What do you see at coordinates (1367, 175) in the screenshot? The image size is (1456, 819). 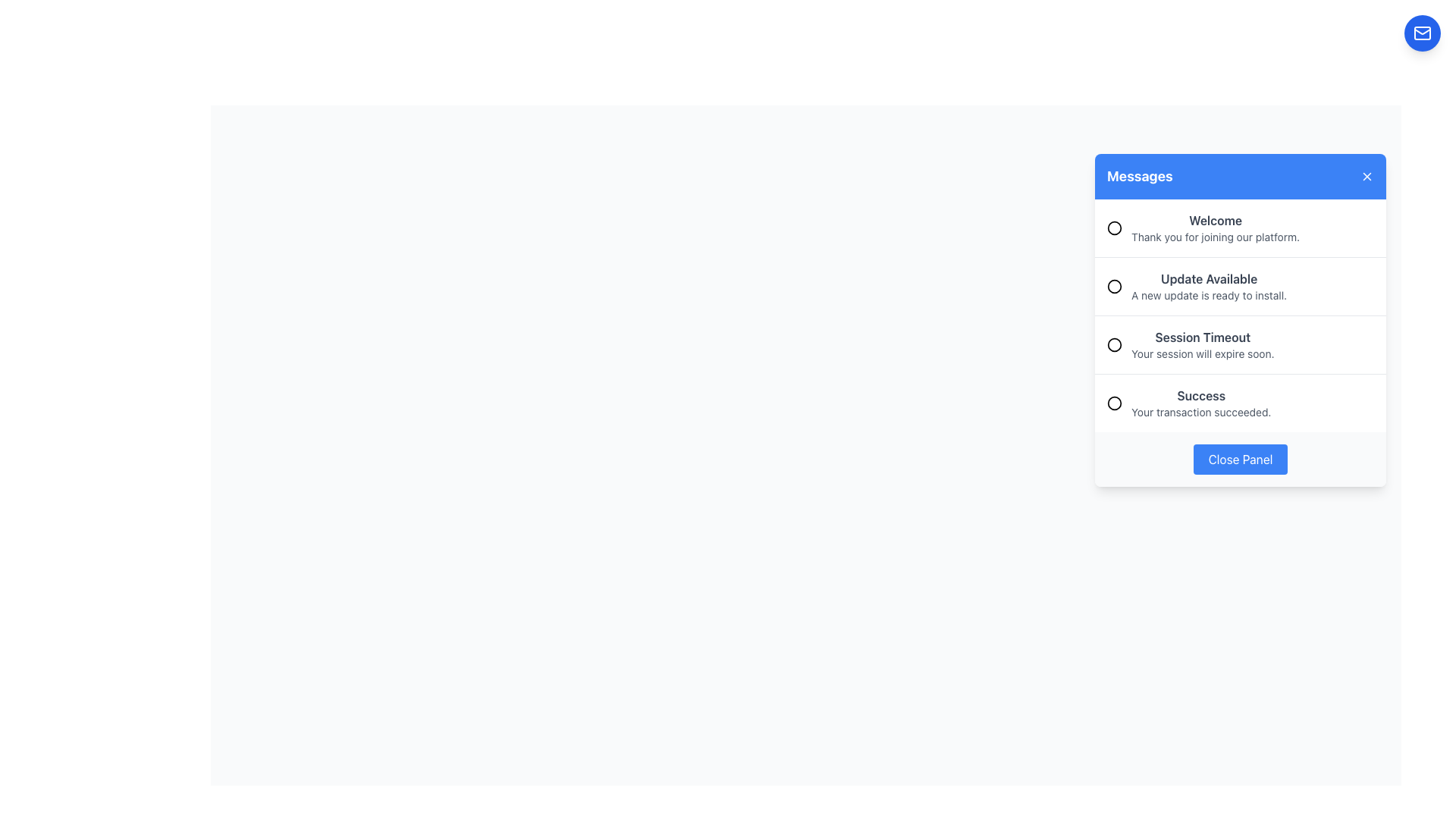 I see `the close button, represented by an 'X' icon, located at the top-right corner of the 'Messages' header` at bounding box center [1367, 175].